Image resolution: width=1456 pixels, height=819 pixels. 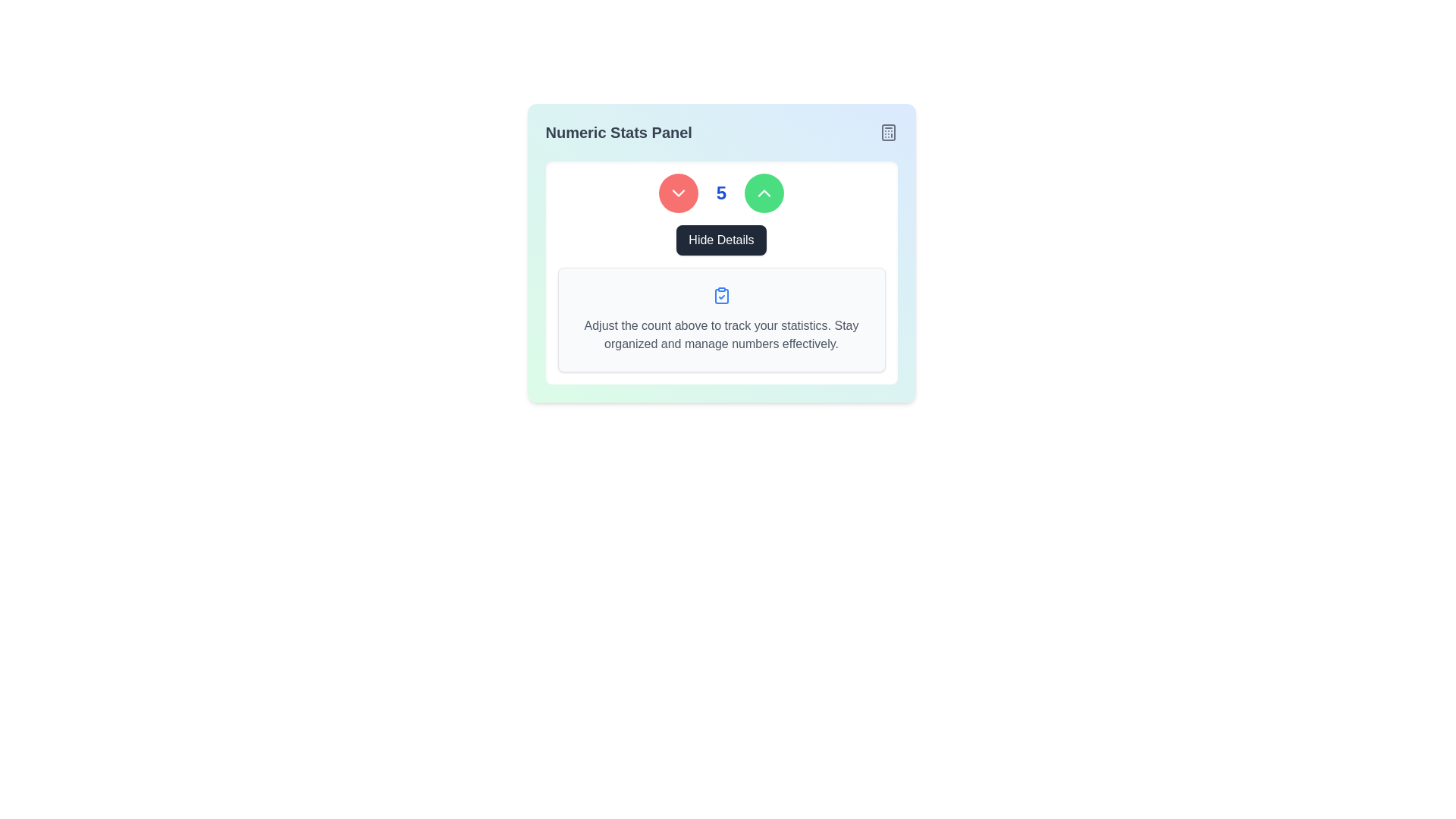 What do you see at coordinates (720, 239) in the screenshot?
I see `the 'Hide Details' button, which is a rectangular button with rounded edges, dark background, and white text, located below a numeric display and above a descriptive text block` at bounding box center [720, 239].